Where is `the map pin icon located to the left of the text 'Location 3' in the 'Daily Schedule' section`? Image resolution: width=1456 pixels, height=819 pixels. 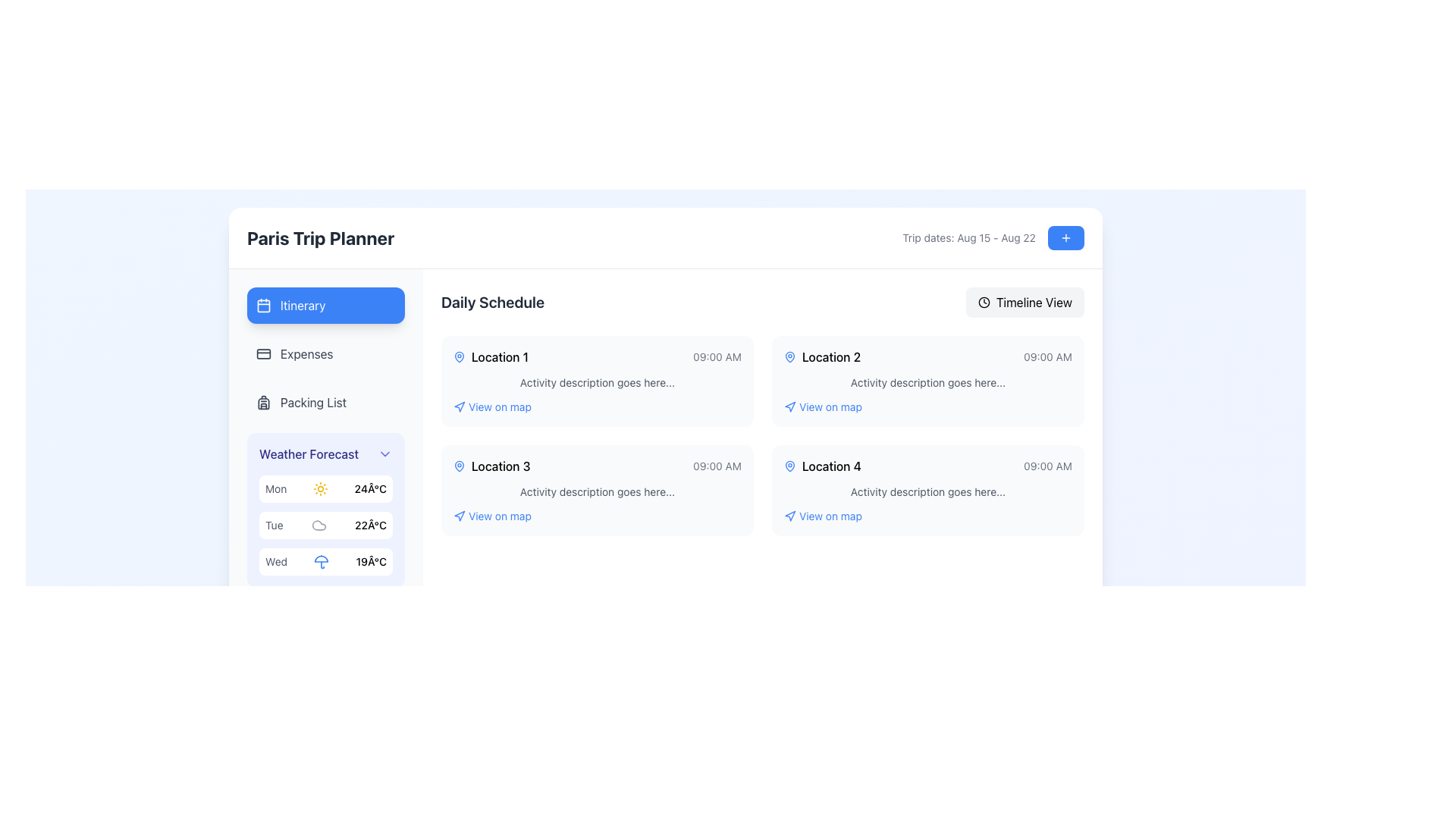
the map pin icon located to the left of the text 'Location 3' in the 'Daily Schedule' section is located at coordinates (458, 465).